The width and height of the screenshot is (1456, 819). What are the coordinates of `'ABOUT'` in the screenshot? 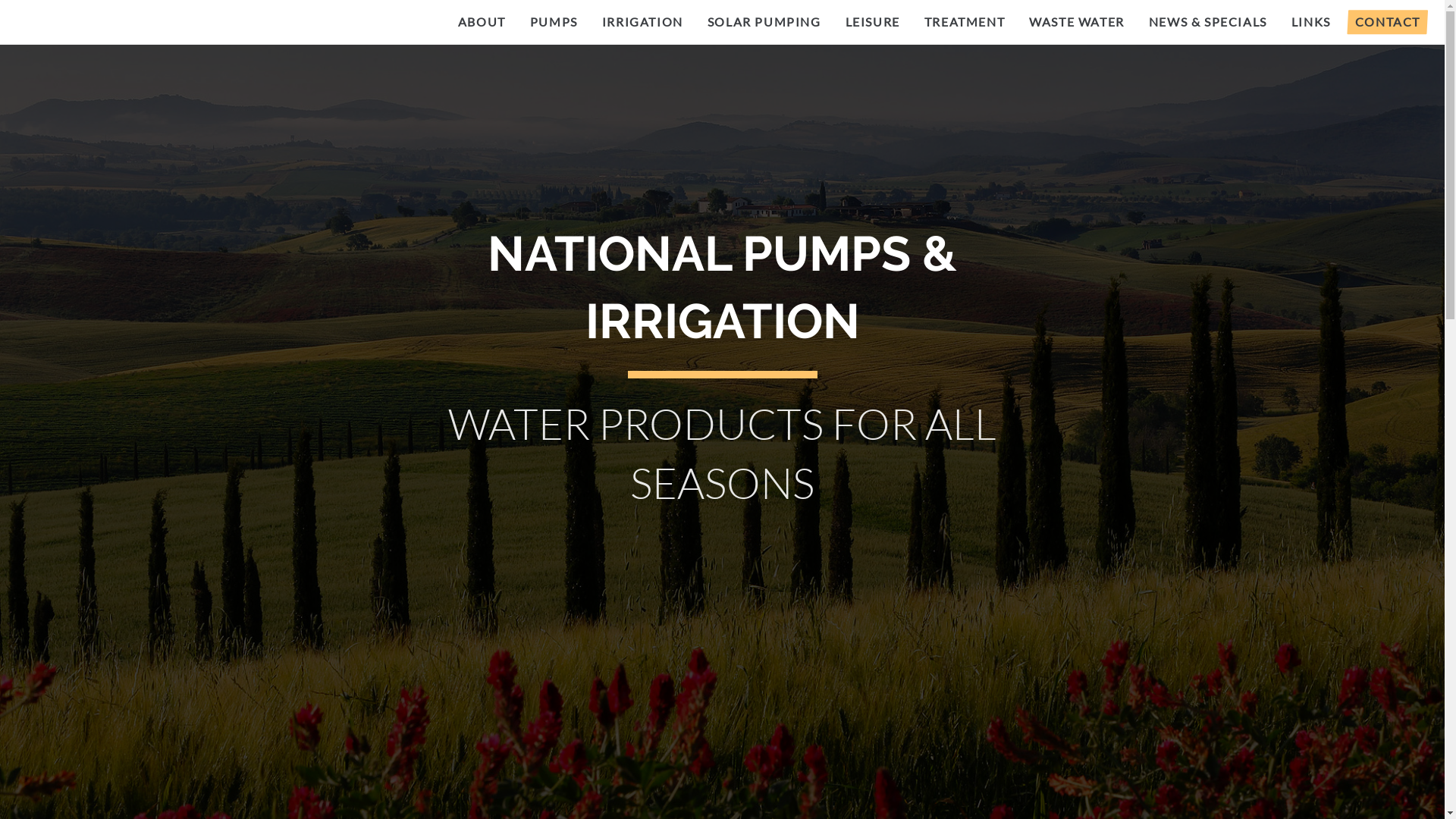 It's located at (481, 22).